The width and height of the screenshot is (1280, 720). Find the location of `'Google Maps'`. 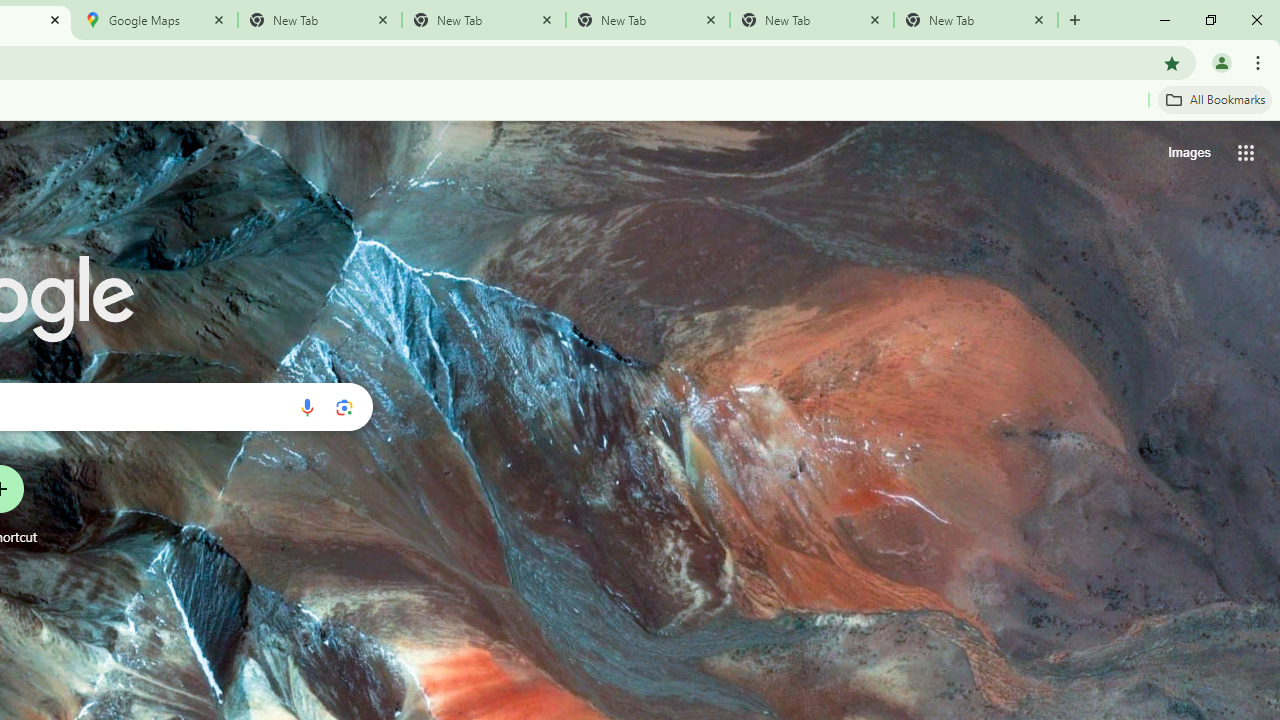

'Google Maps' is located at coordinates (155, 20).